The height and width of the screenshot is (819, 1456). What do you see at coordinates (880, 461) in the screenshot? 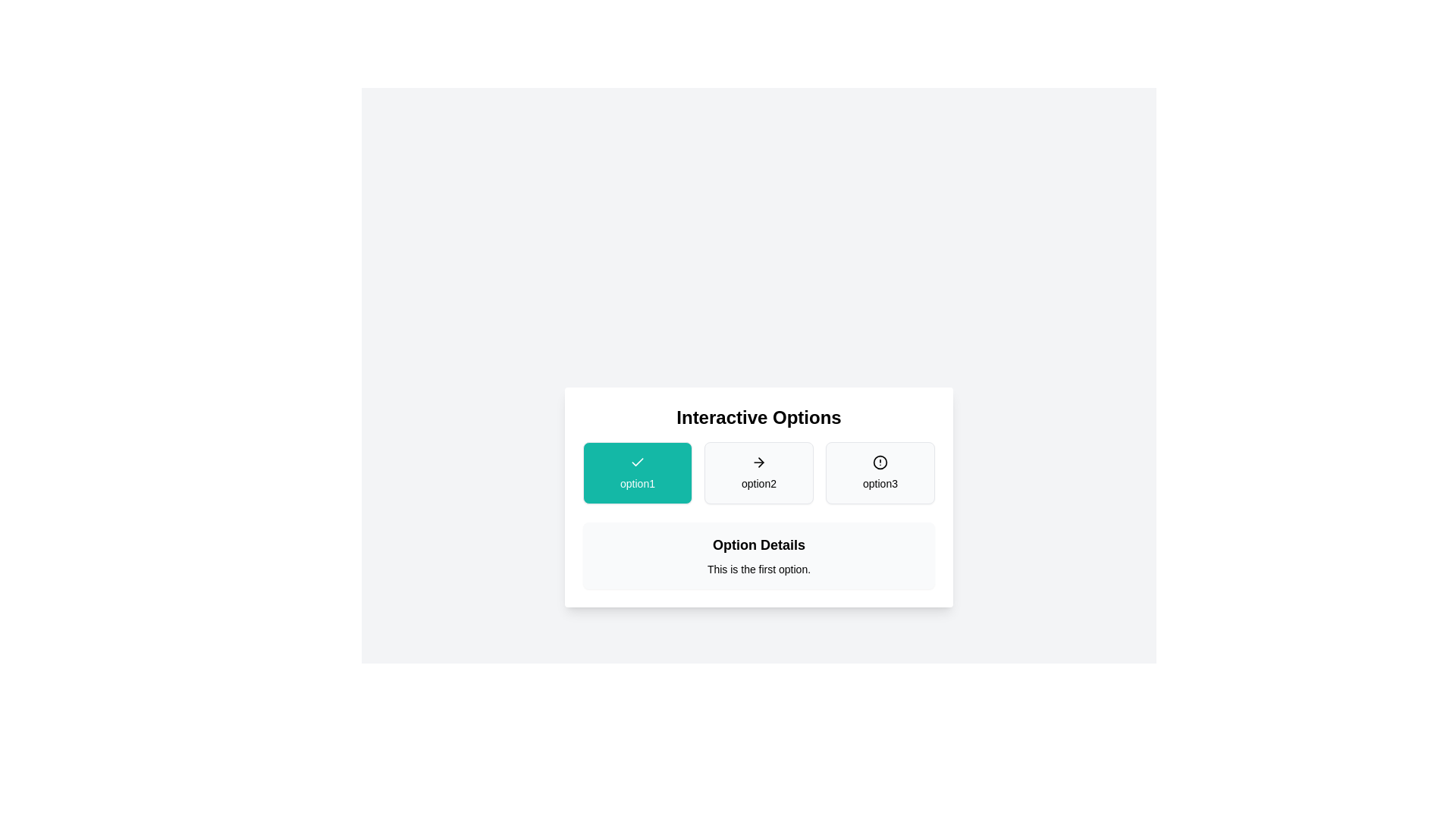
I see `the visual state of the filled circular shape, which is the innermost layer of the SVG warning icon located within the 'option3' of the 'Interactive Options' group` at bounding box center [880, 461].